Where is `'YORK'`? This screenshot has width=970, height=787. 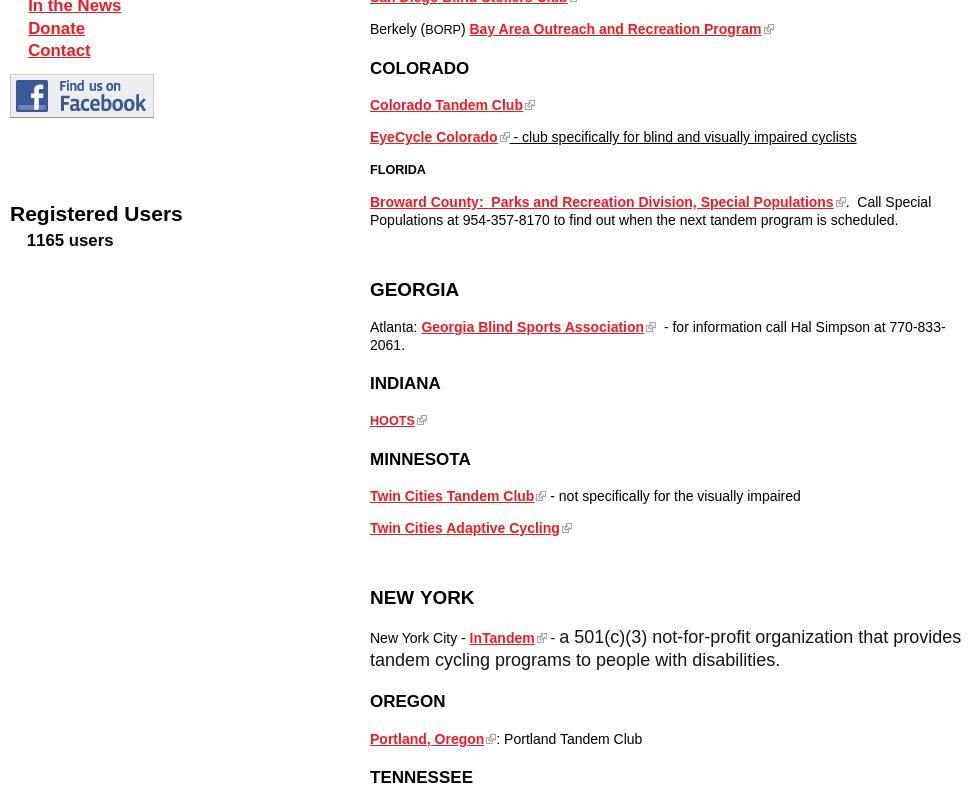
'YORK' is located at coordinates (445, 596).